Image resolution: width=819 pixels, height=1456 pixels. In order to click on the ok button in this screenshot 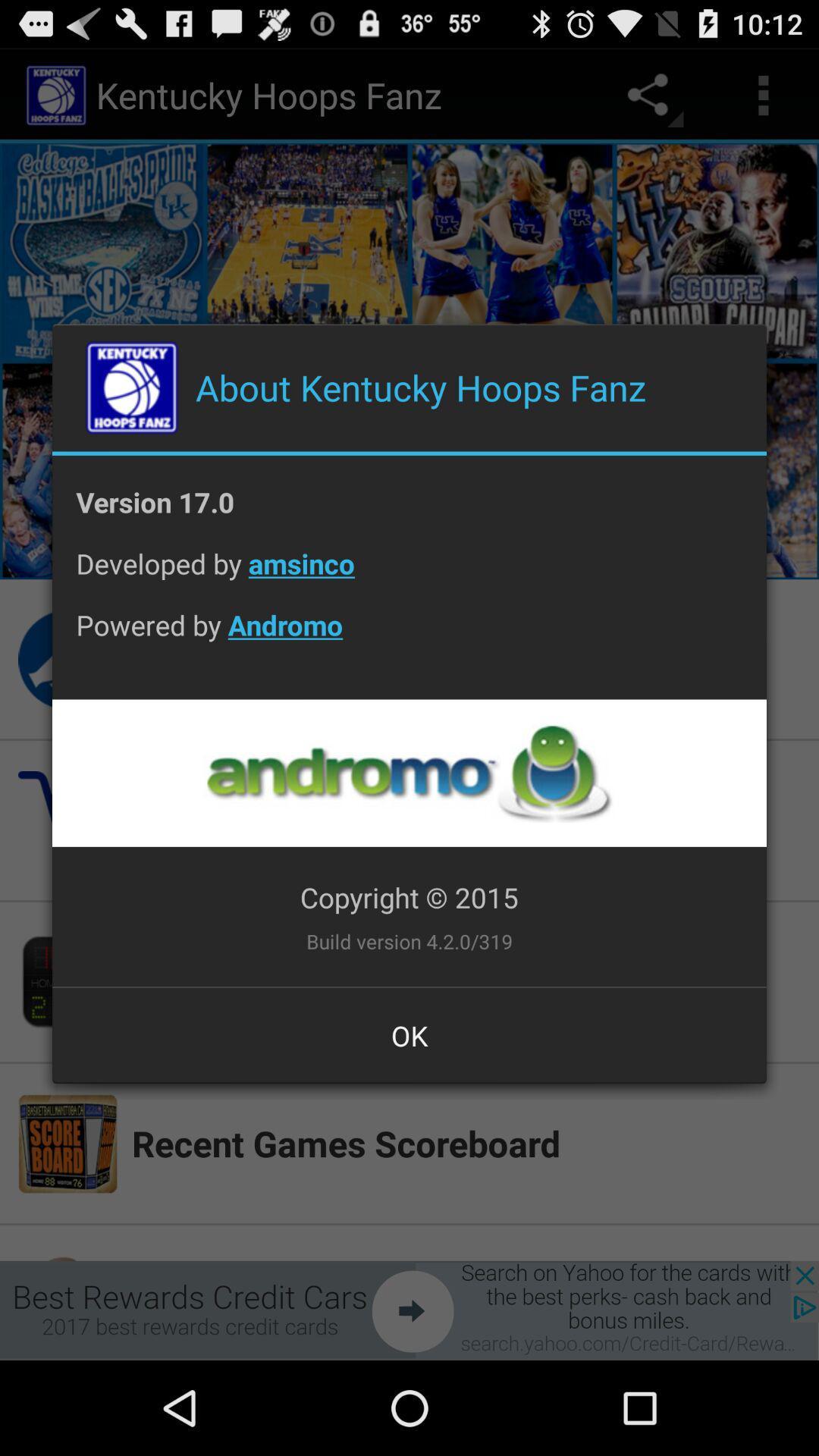, I will do `click(409, 1034)`.